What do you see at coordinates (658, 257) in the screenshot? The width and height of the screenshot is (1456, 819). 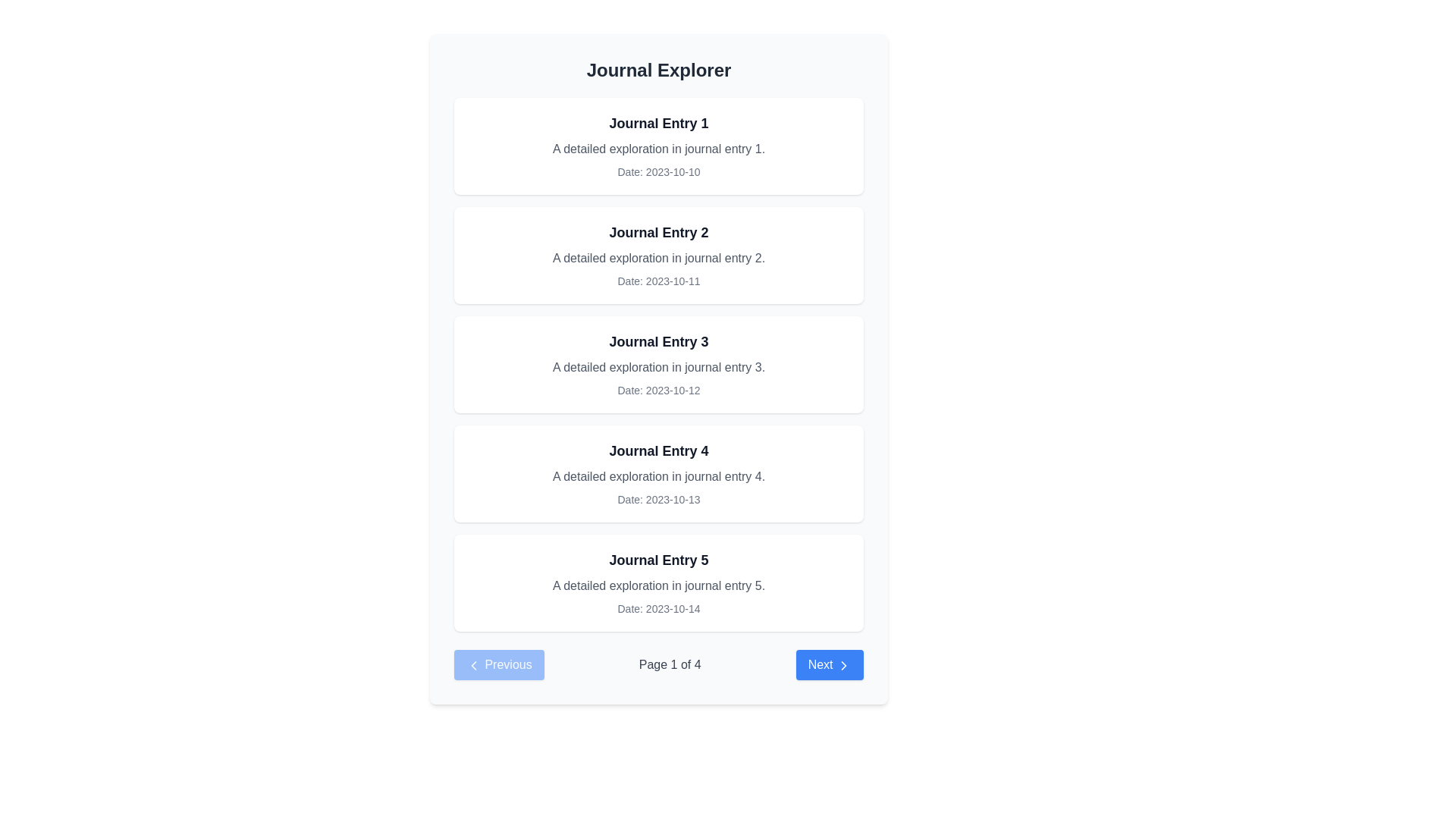 I see `the text display reading 'A detailed exploration in journal entry 2.' which is styled in gray and positioned between the title 'Journal Entry 2' and the date 'Date: 2023-10-11'` at bounding box center [658, 257].